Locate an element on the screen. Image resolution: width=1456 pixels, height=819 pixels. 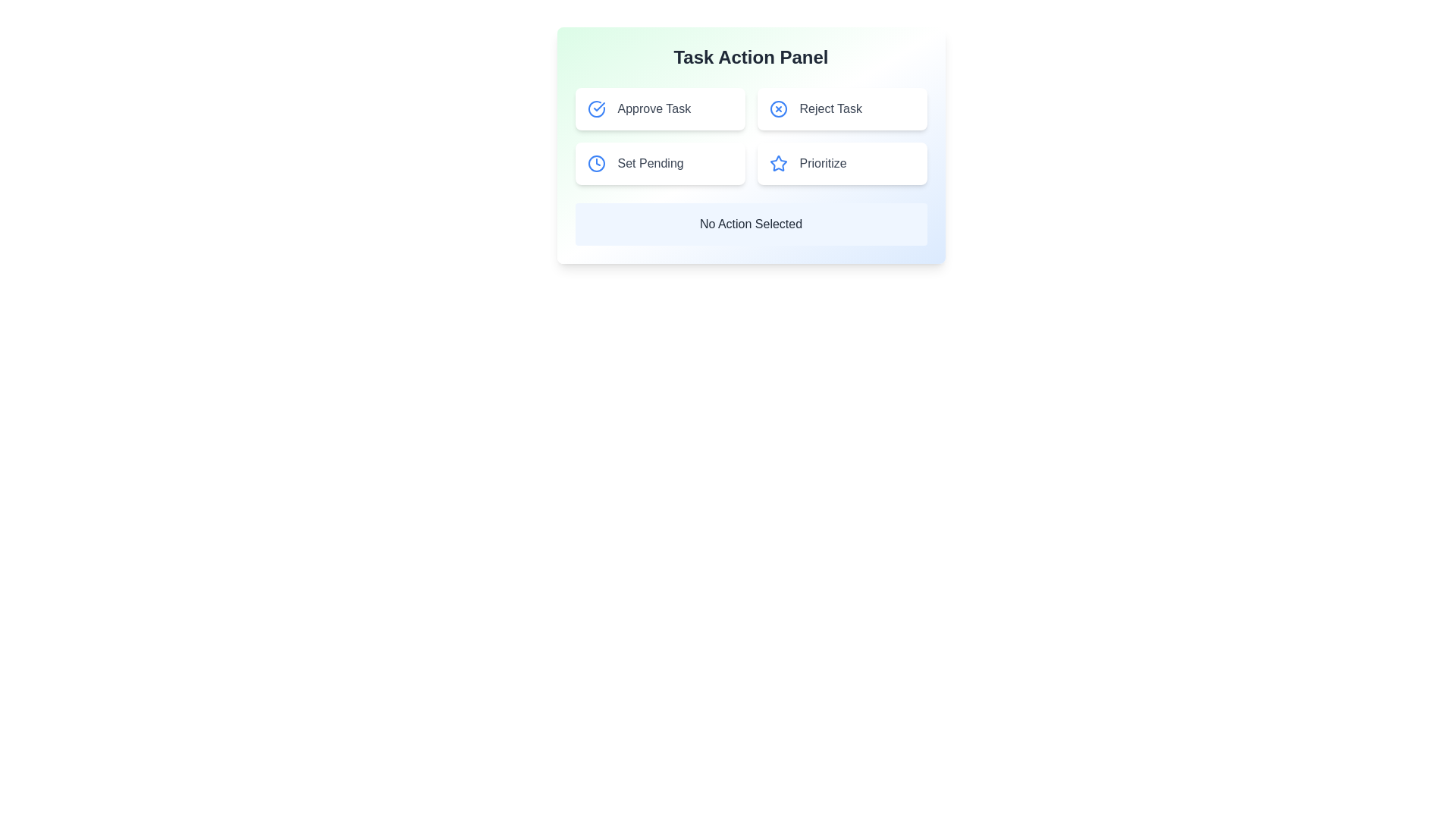
the control panel that allows users to select actions like approving, rejecting, or prioritizing tasks, which is centrally located in the top region of the visible area is located at coordinates (751, 146).